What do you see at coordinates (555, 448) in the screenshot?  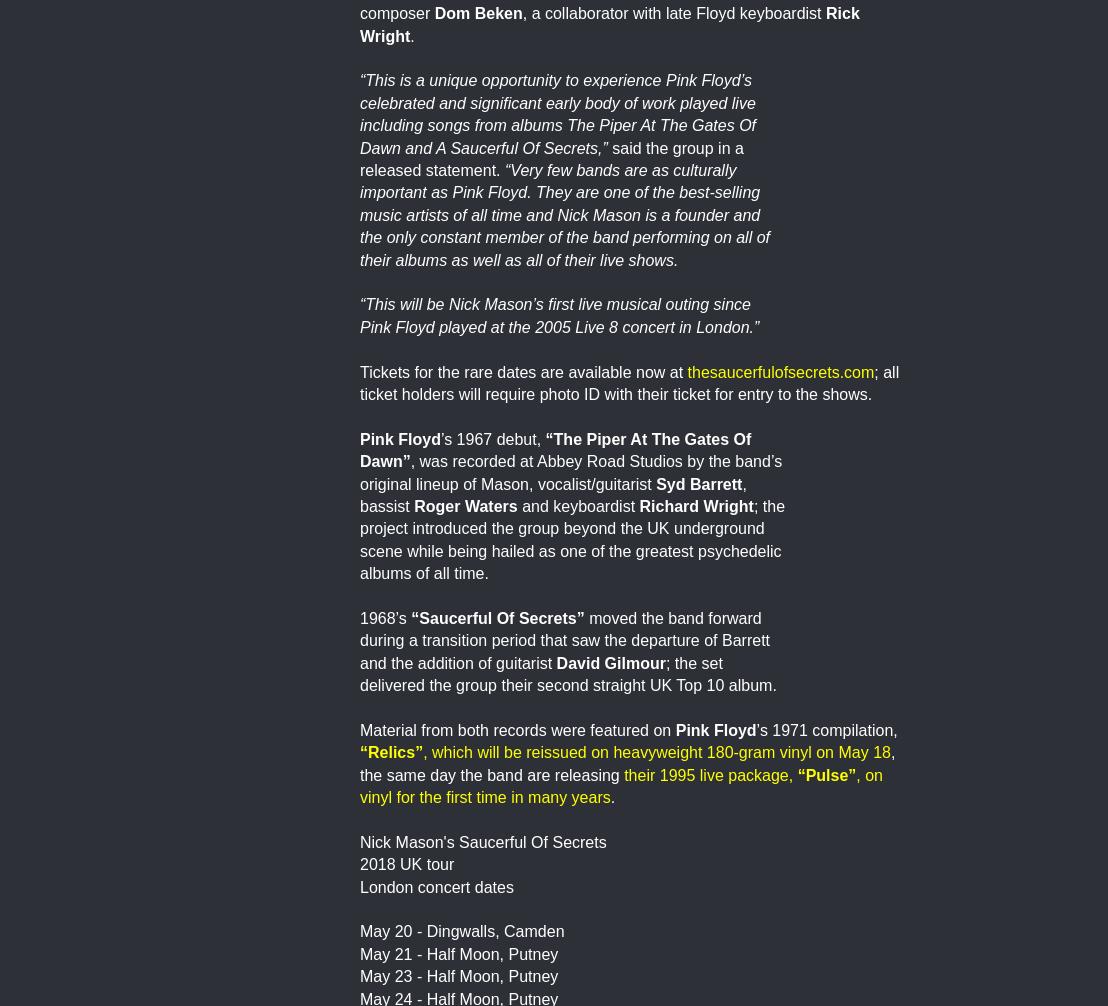 I see `'“The Piper At The Gates Of Dawn”'` at bounding box center [555, 448].